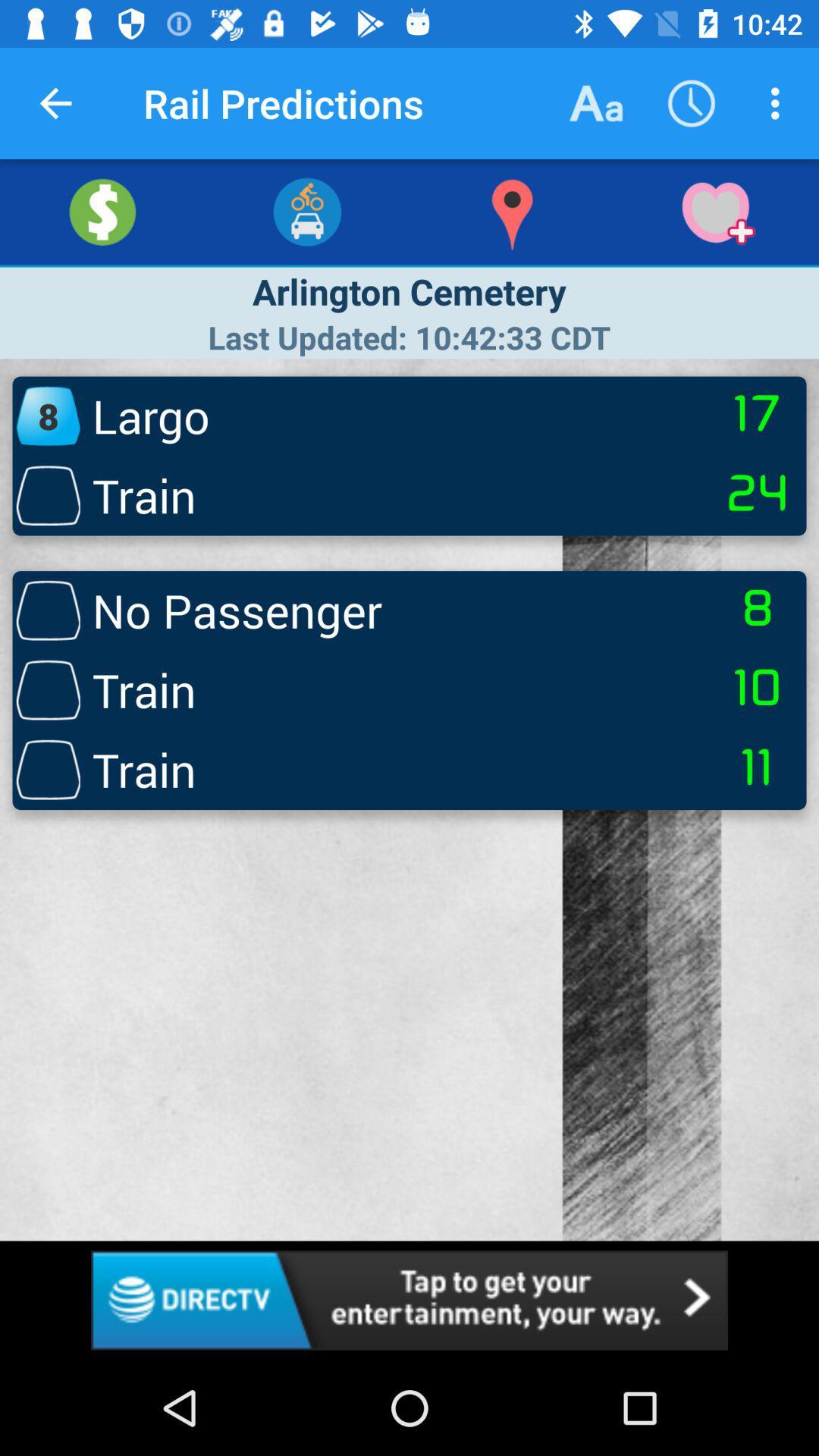 This screenshot has width=819, height=1456. Describe the element at coordinates (102, 211) in the screenshot. I see `payment information` at that location.